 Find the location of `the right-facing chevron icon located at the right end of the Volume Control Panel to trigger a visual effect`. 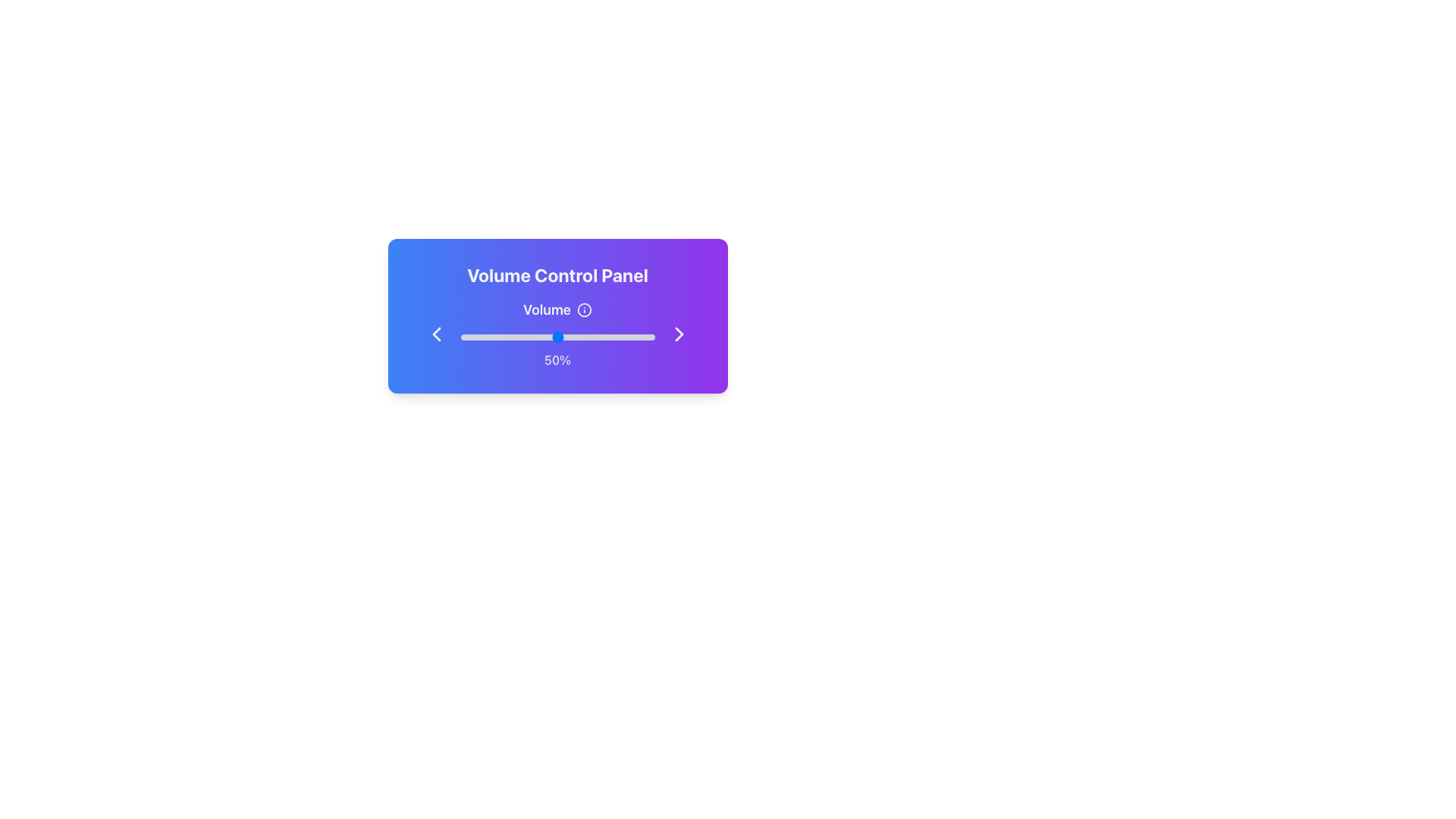

the right-facing chevron icon located at the right end of the Volume Control Panel to trigger a visual effect is located at coordinates (678, 333).